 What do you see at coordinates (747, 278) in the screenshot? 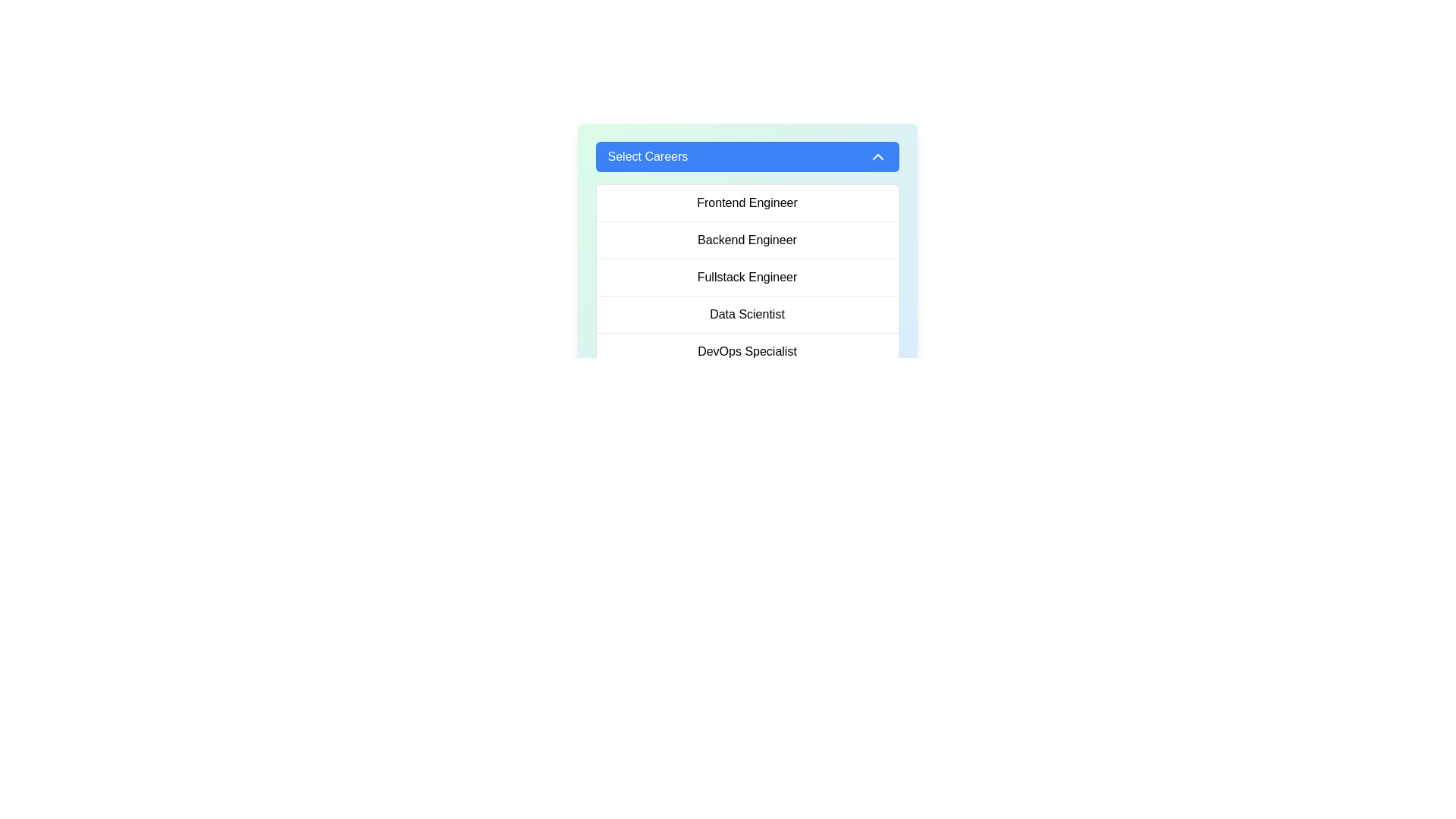
I see `the selectable list item displaying 'Fullstack Engineer'` at bounding box center [747, 278].